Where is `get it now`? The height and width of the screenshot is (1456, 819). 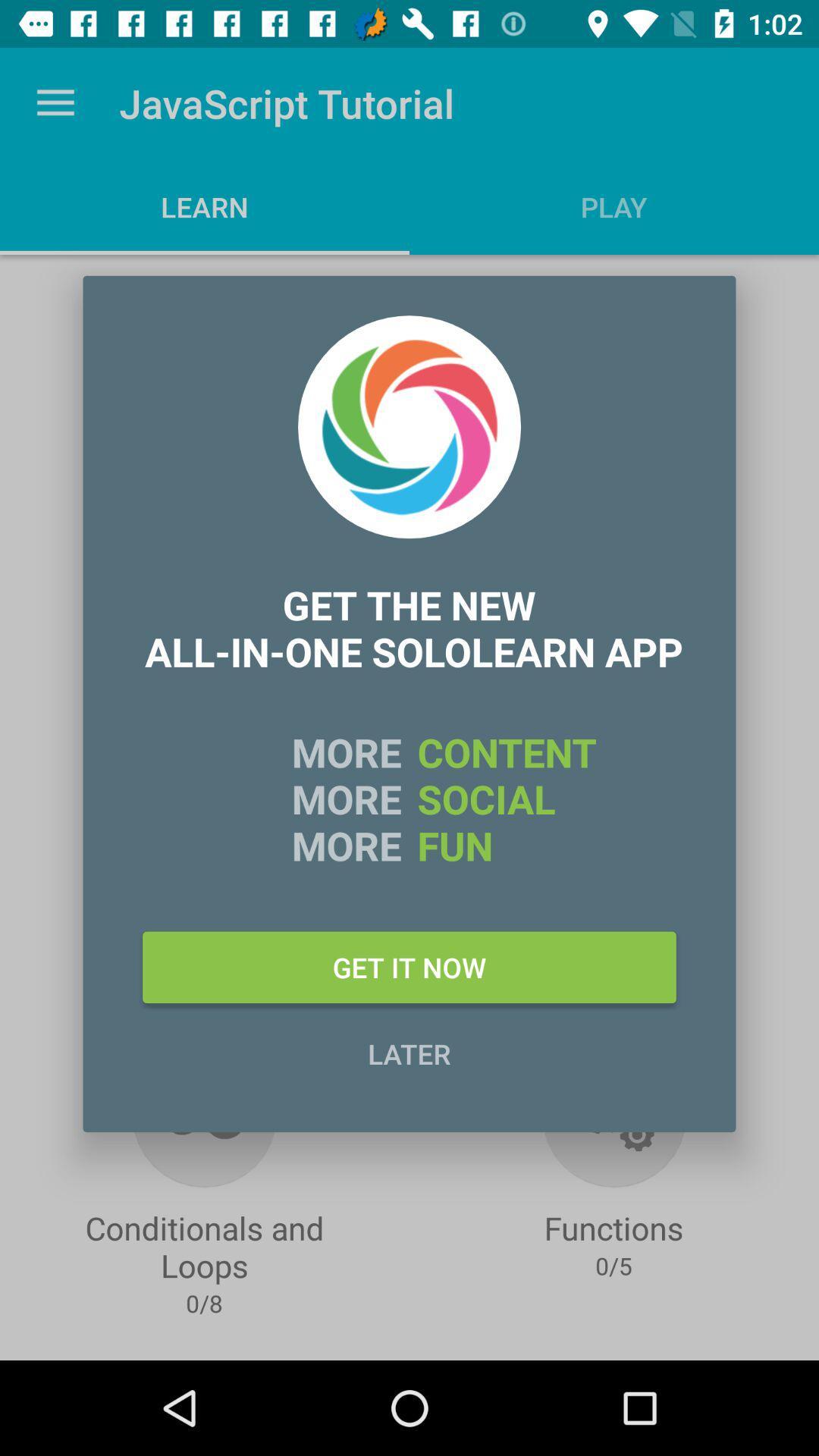
get it now is located at coordinates (409, 966).